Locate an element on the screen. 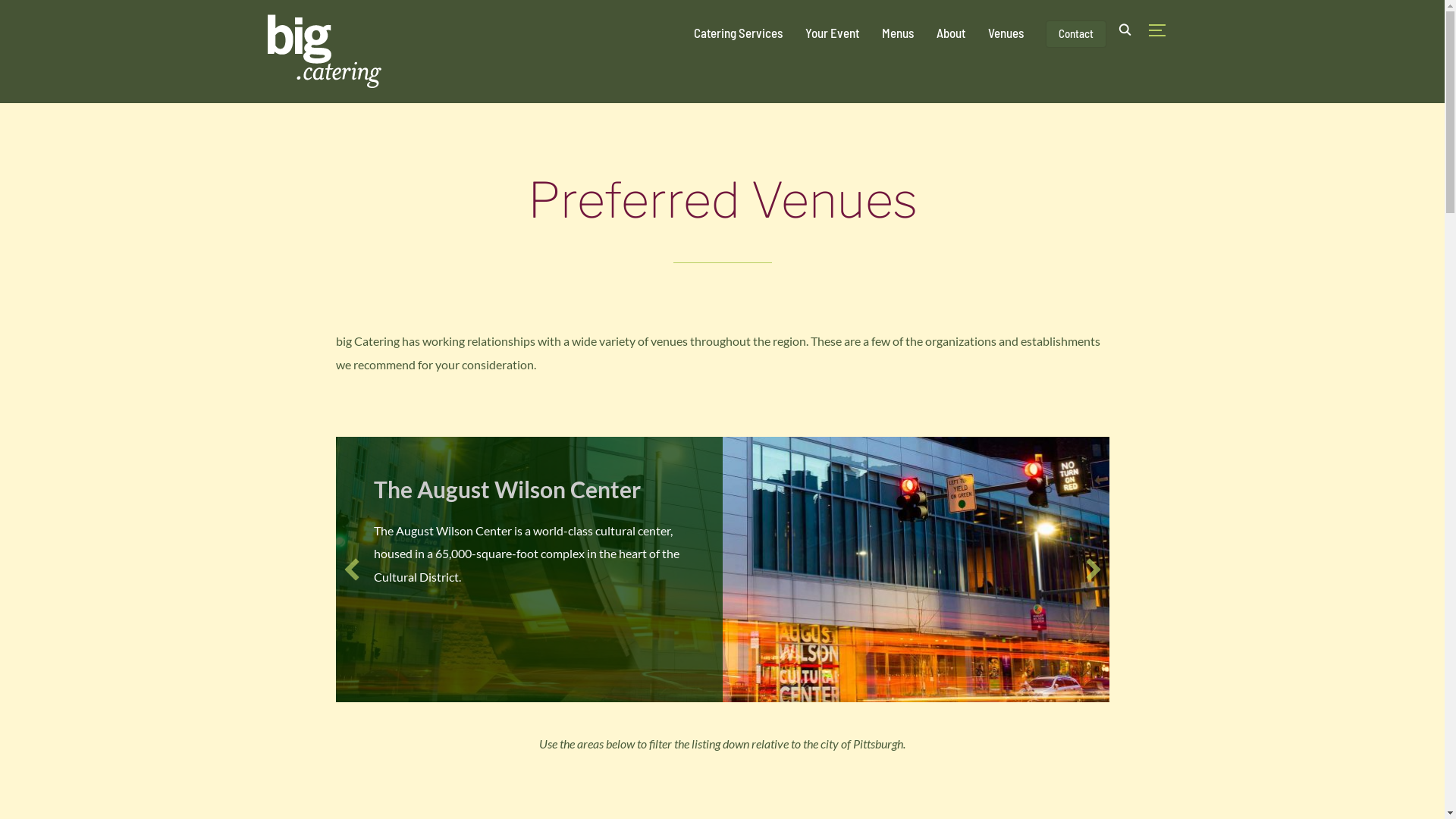 This screenshot has width=1456, height=819. 'Menus' is located at coordinates (896, 32).